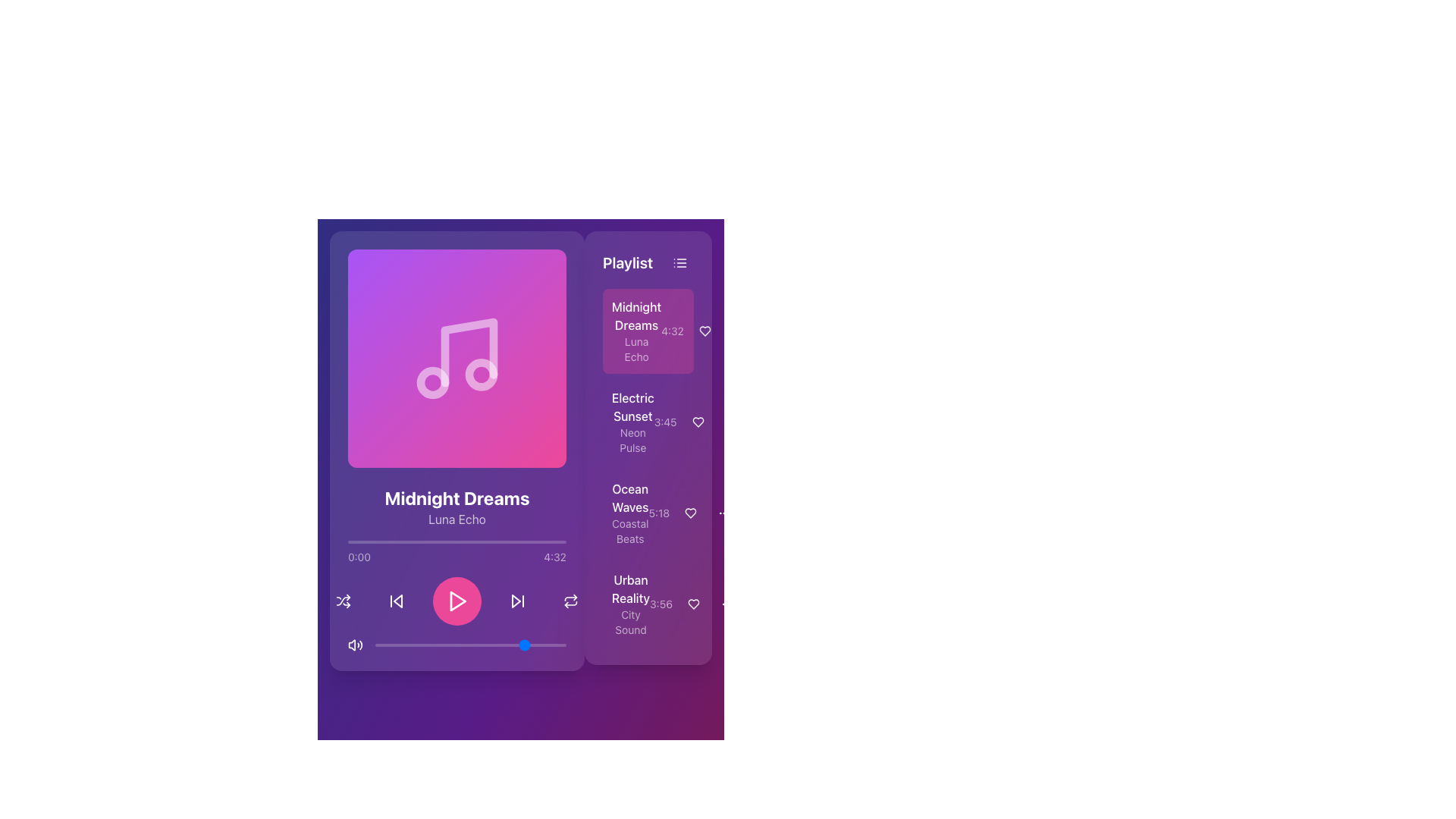 The image size is (1456, 819). Describe the element at coordinates (659, 513) in the screenshot. I see `the text label displaying '5:18' which represents the duration for the song 'Ocean Waves' in the playlist` at that location.